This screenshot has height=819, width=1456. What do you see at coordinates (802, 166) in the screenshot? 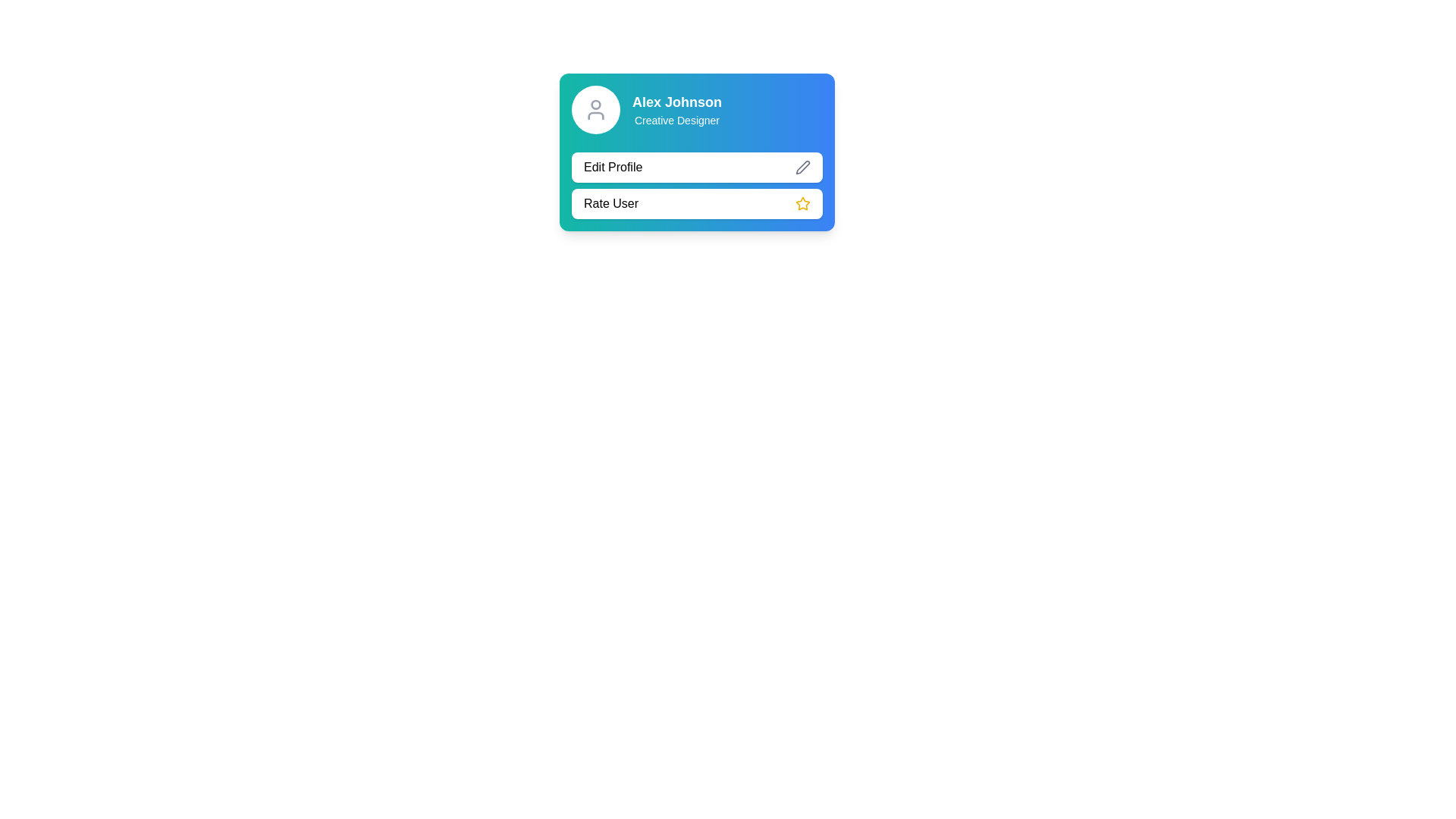
I see `the gray pen icon located at the top-right corner of the 'Edit Profile' button, adjacent to the text label` at bounding box center [802, 166].